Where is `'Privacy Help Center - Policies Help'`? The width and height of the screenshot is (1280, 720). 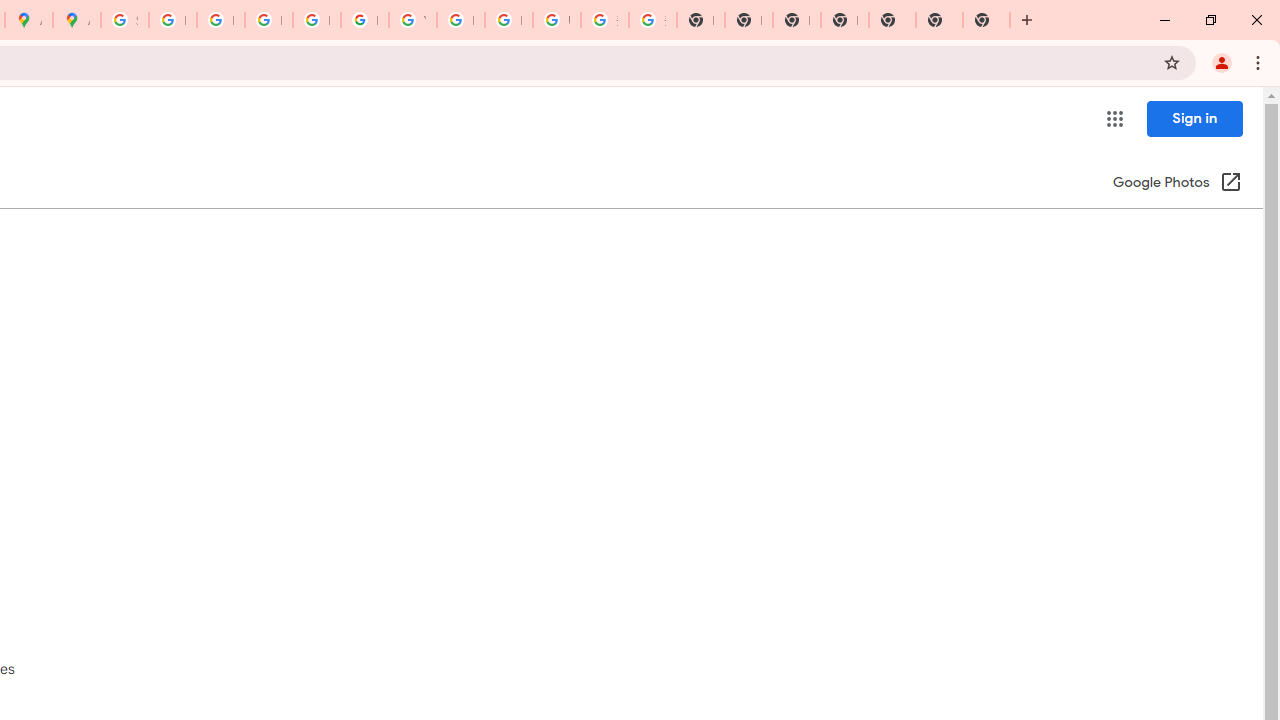 'Privacy Help Center - Policies Help' is located at coordinates (267, 20).